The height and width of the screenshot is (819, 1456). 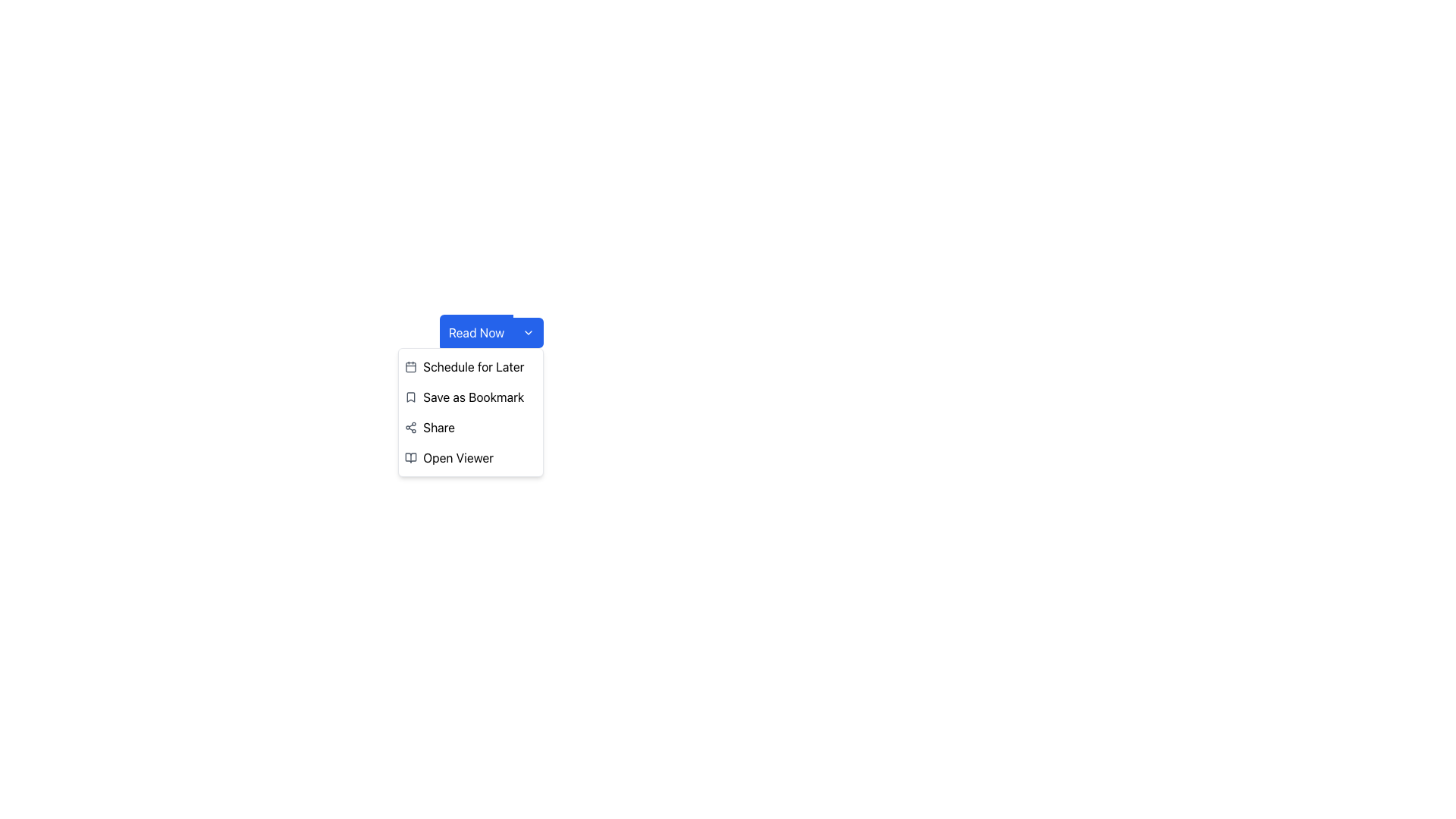 What do you see at coordinates (470, 412) in the screenshot?
I see `the second menu item in the 'Read Now' menu, which is used to bookmark the current context` at bounding box center [470, 412].